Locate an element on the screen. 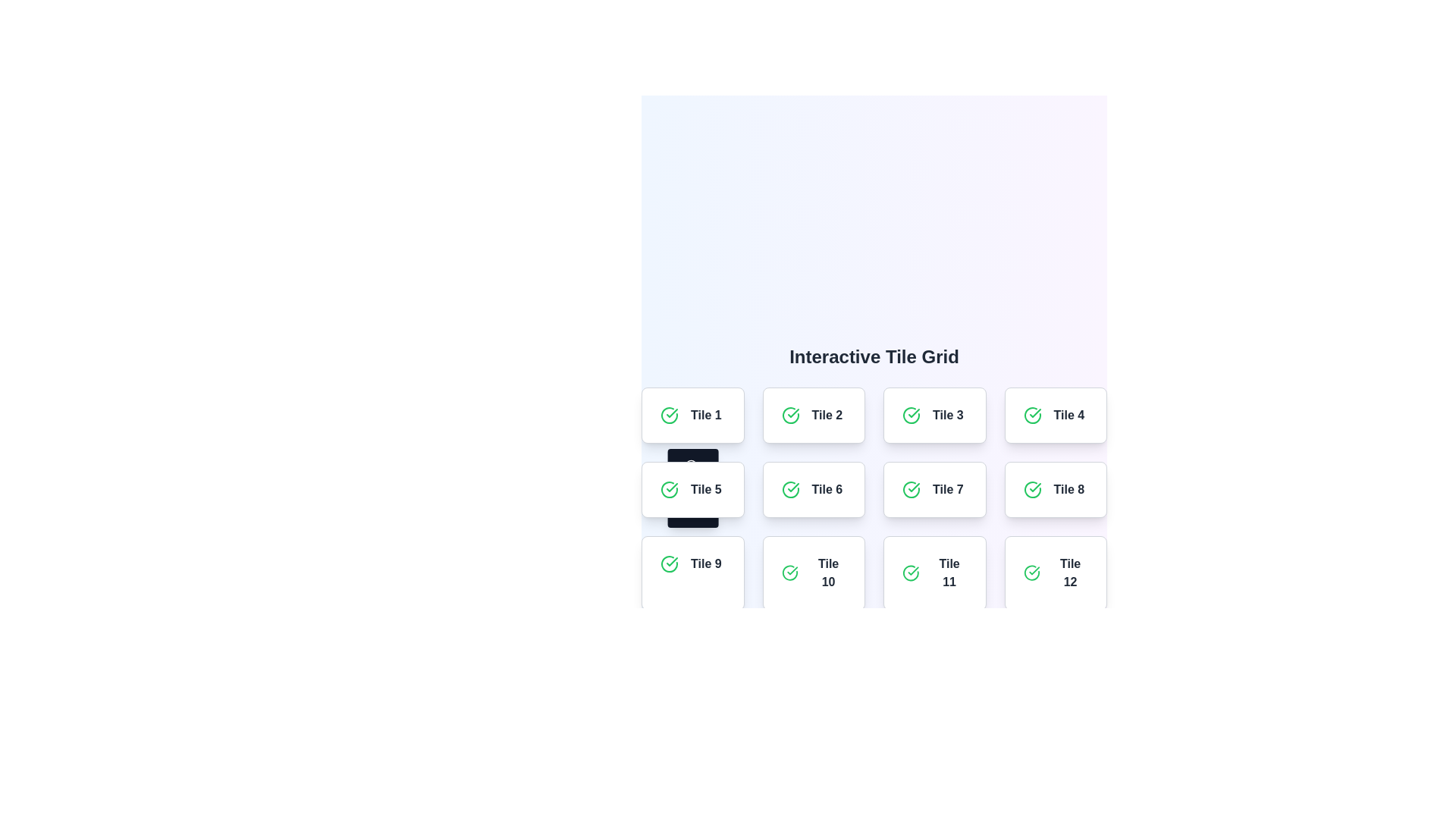 This screenshot has width=1456, height=819. the checkmark icon located inside the tile labeled 'Tile 5' is located at coordinates (669, 489).